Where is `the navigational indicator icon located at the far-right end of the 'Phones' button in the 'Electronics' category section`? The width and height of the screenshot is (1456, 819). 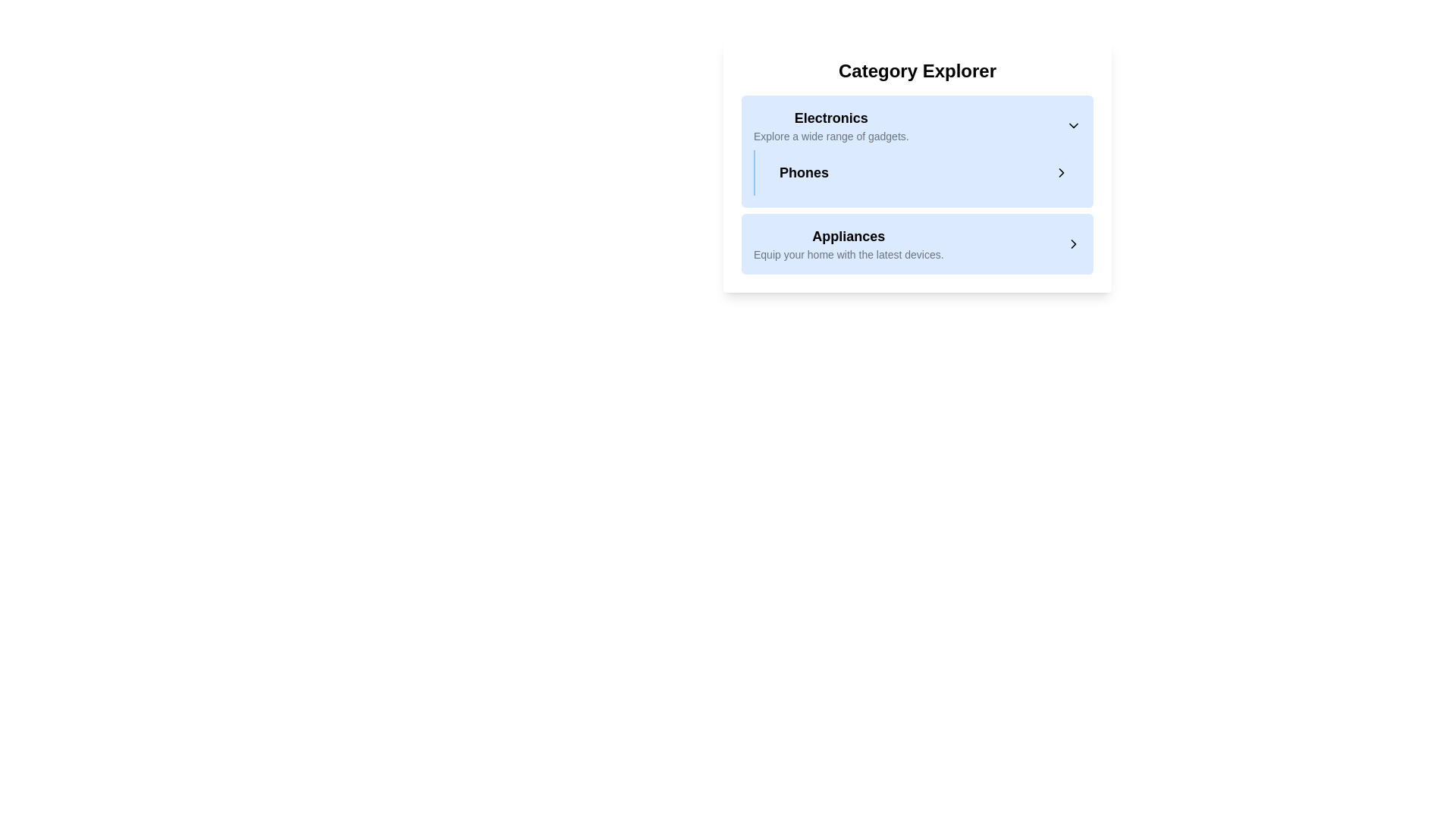
the navigational indicator icon located at the far-right end of the 'Phones' button in the 'Electronics' category section is located at coordinates (1061, 171).